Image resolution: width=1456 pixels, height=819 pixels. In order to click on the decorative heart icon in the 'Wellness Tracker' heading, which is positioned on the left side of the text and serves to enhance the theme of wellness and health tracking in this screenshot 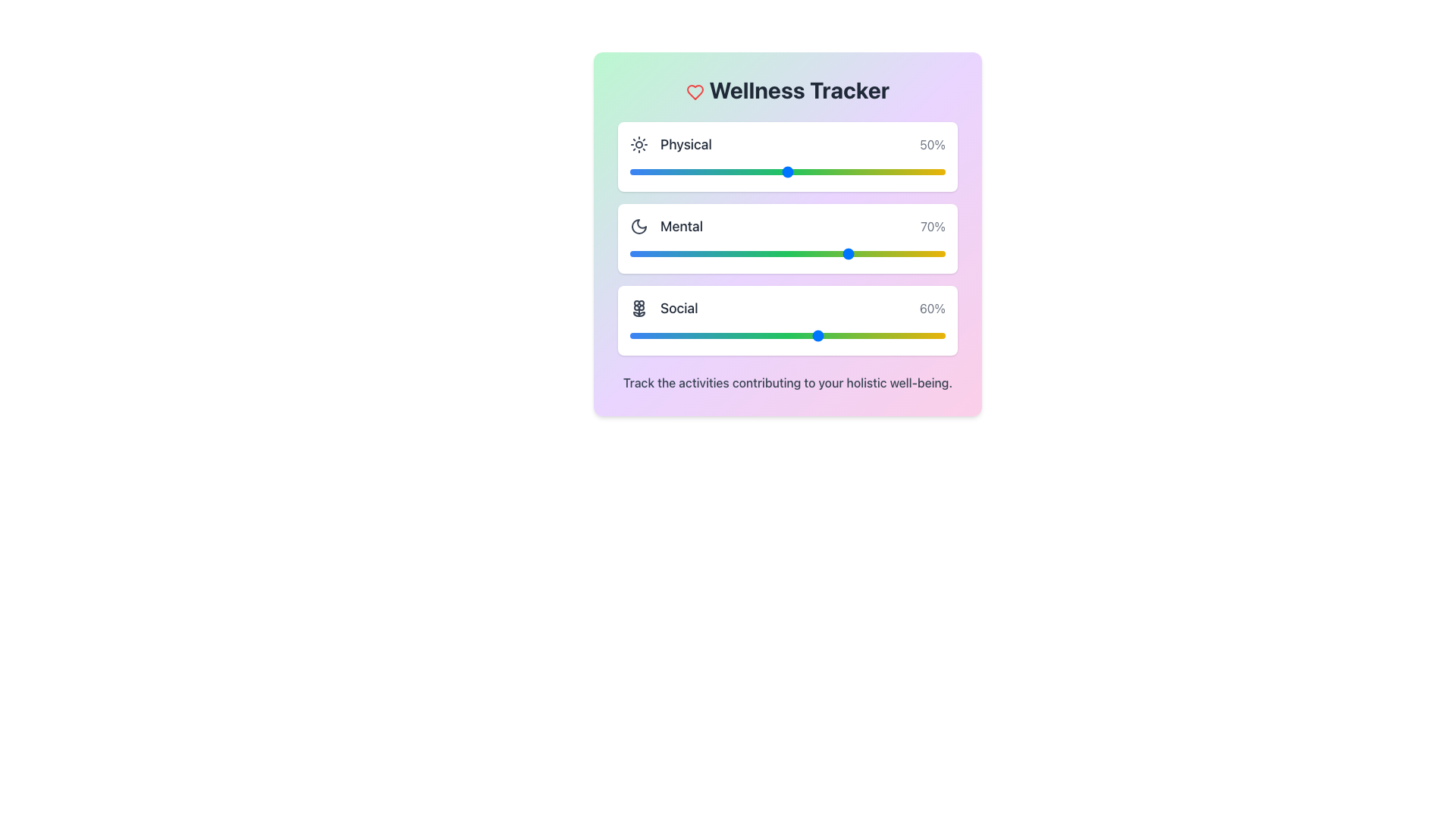, I will do `click(694, 93)`.